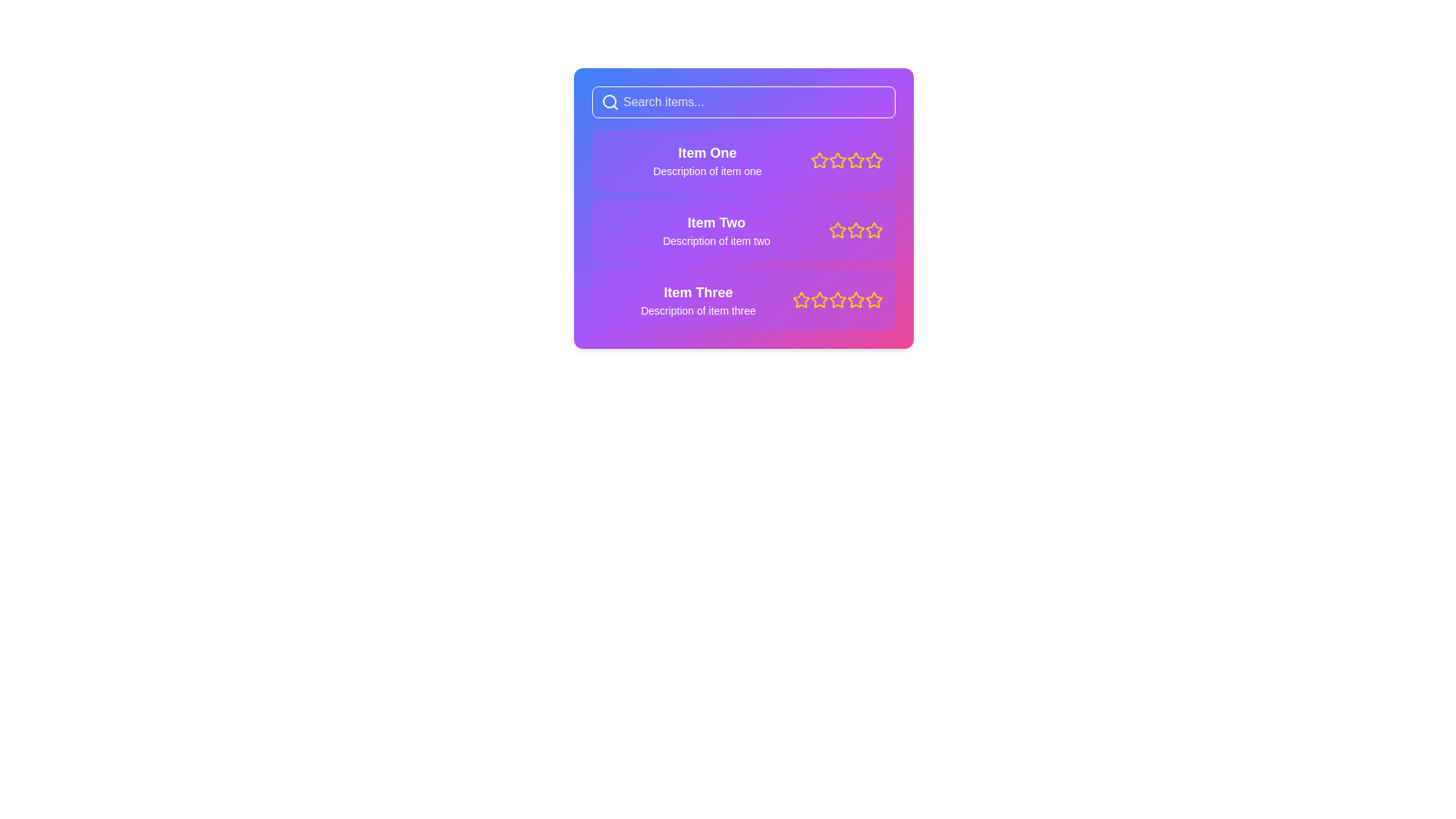 This screenshot has width=1456, height=819. What do you see at coordinates (818, 300) in the screenshot?
I see `the second star in the 5-star rating system for 'Item Three' to rate it` at bounding box center [818, 300].